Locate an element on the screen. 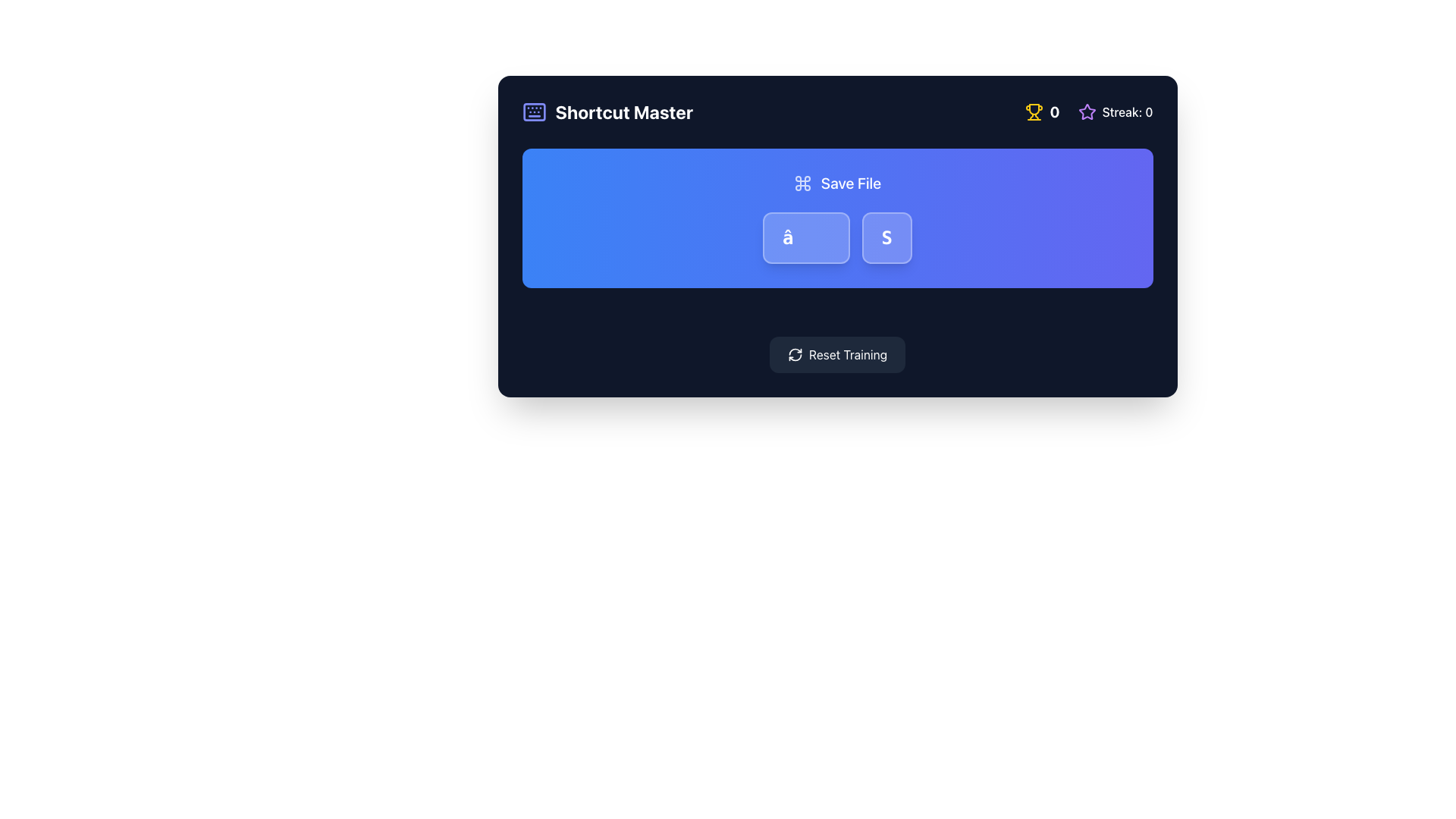 The width and height of the screenshot is (1456, 819). the numeric value text component located at the top right corner of the UI, adjacent to the trophy icon is located at coordinates (1054, 111).